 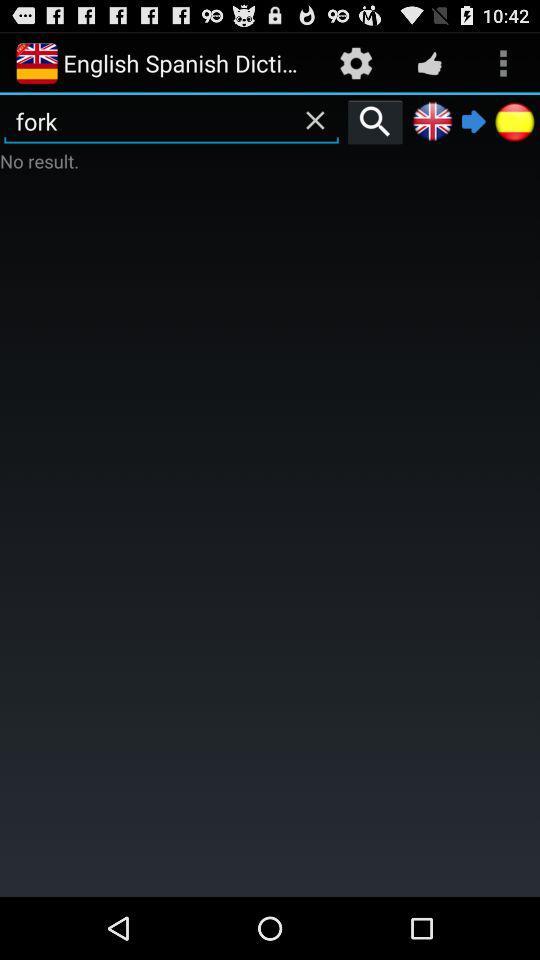 I want to click on item to the right of the fork icon, so click(x=375, y=120).